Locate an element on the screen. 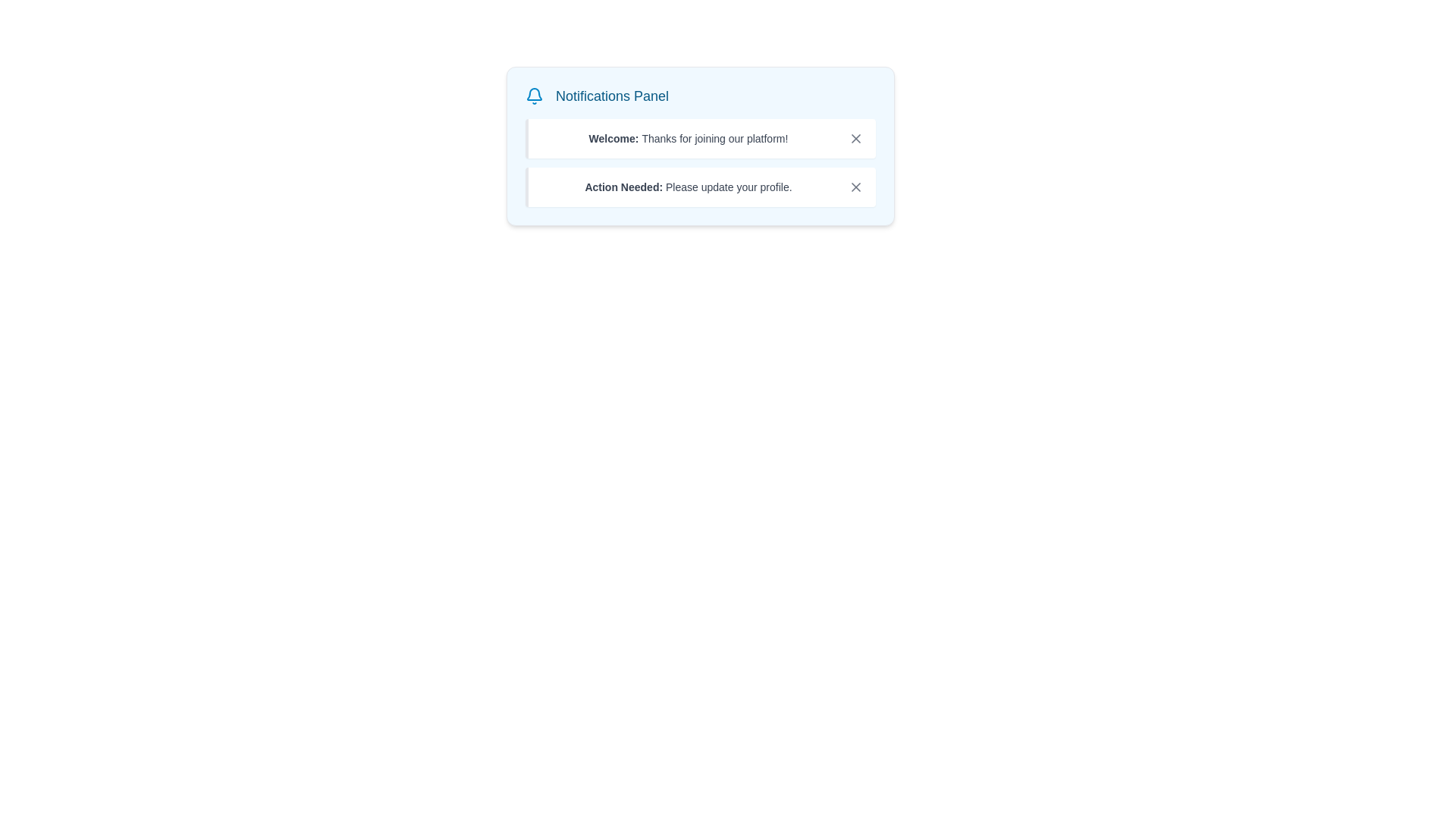 Image resolution: width=1456 pixels, height=819 pixels. the static text element displaying the message 'Welcome: Thanks for joining our platform!', which is styled in a smaller gray font and located within a notification box is located at coordinates (687, 138).